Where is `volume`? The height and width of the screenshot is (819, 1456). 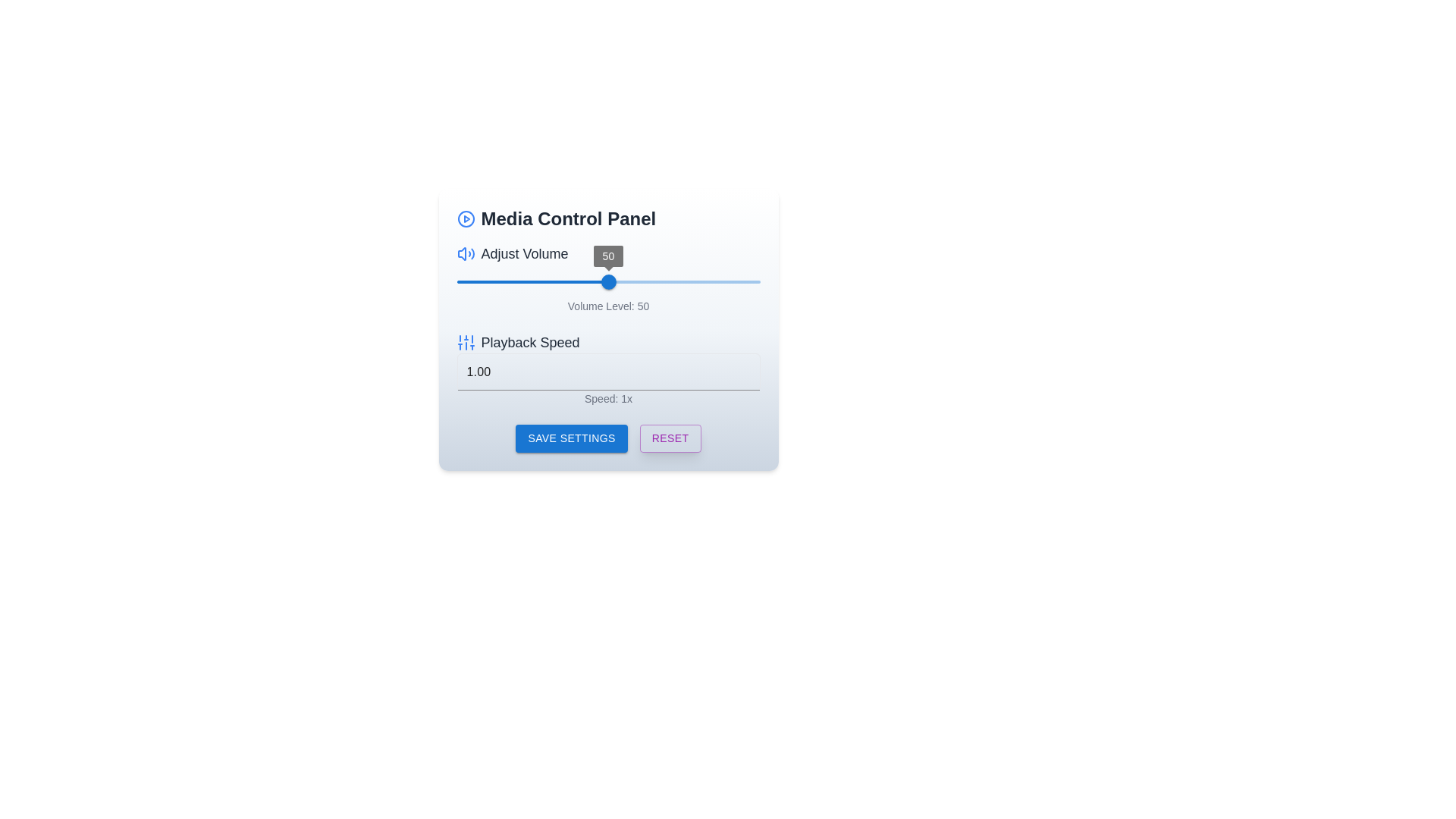
volume is located at coordinates (496, 281).